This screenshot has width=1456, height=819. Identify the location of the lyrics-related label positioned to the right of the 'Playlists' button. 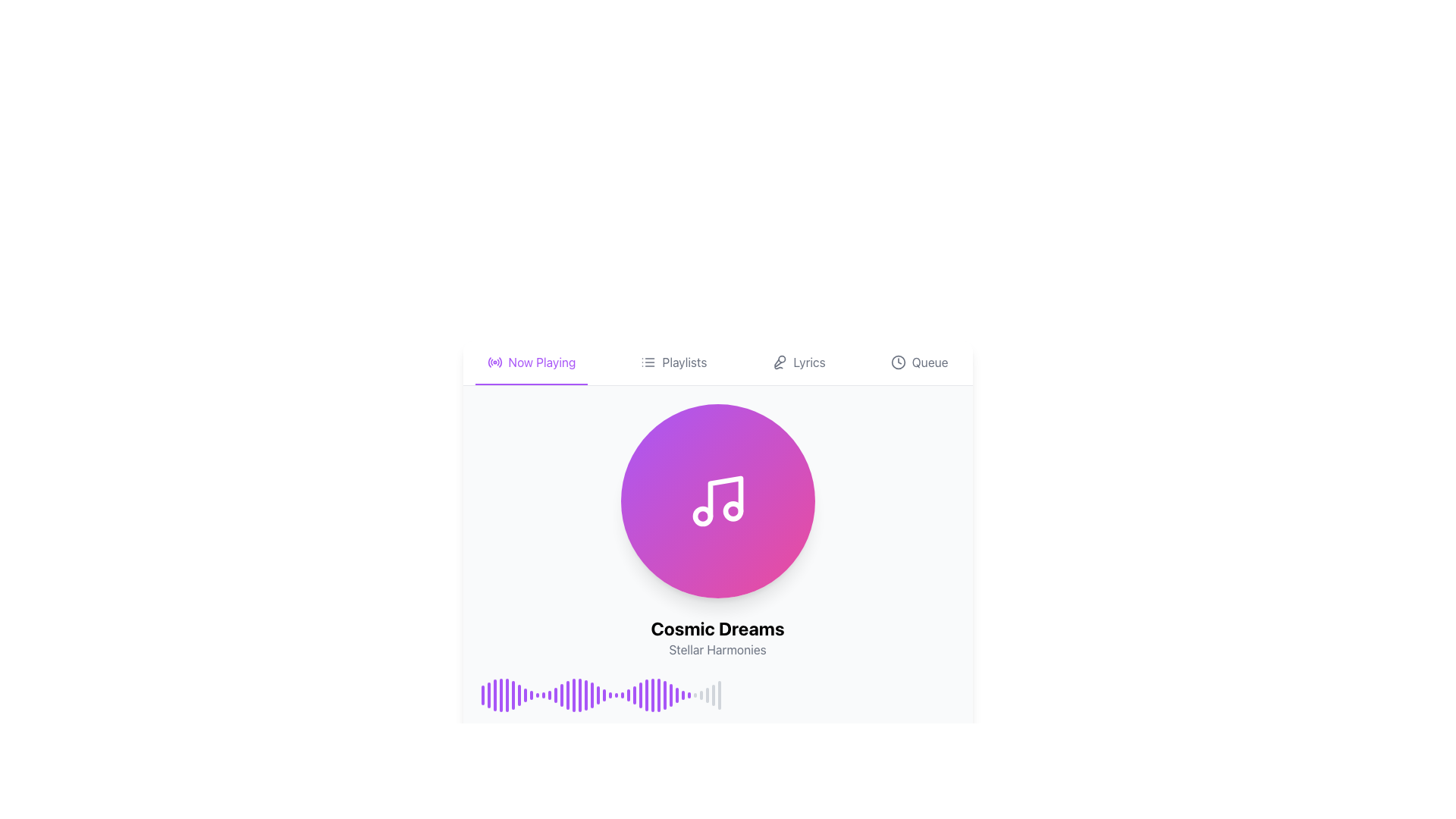
(808, 362).